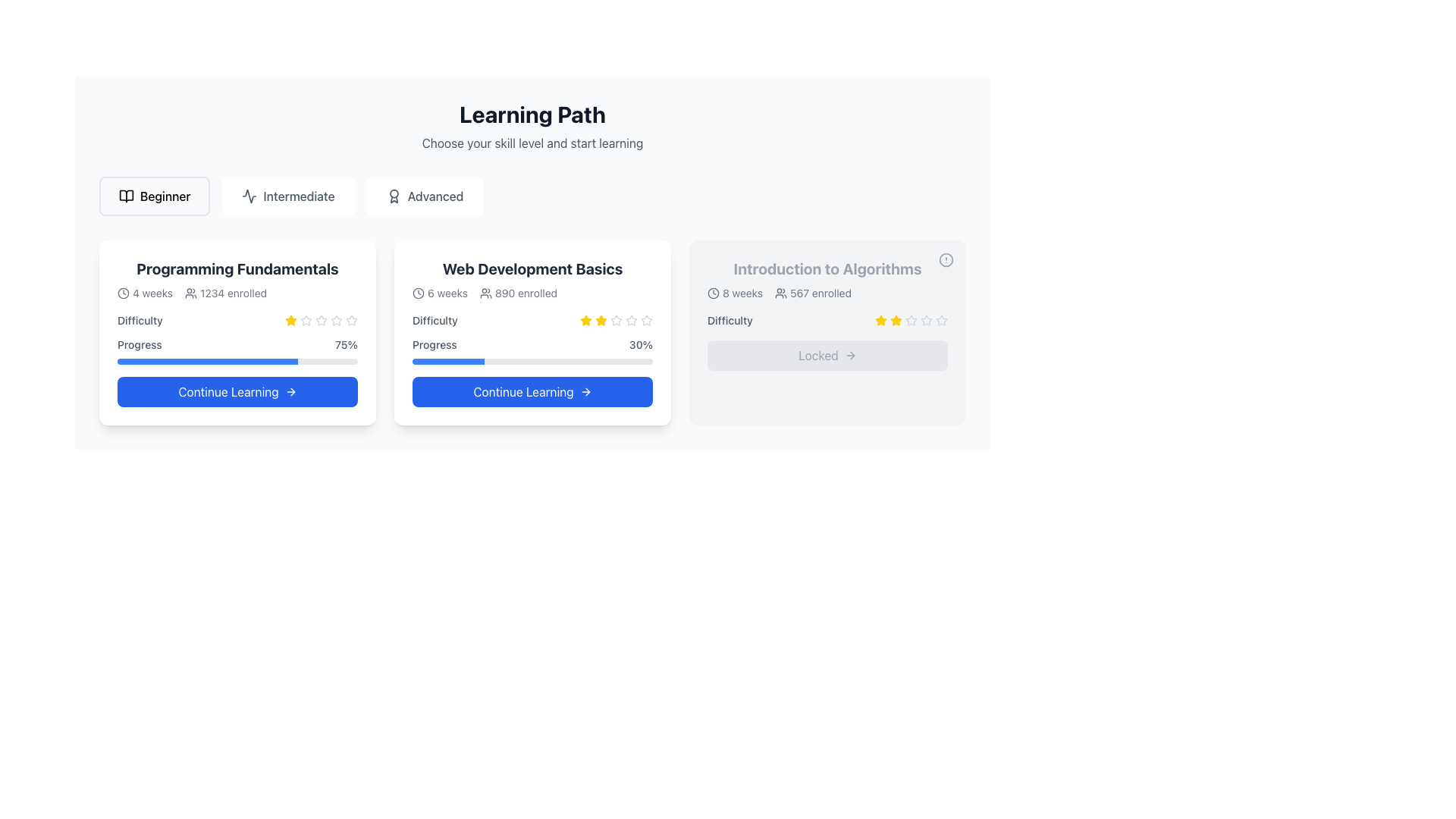 The height and width of the screenshot is (819, 1456). Describe the element at coordinates (647, 319) in the screenshot. I see `the second star in the rating system for the 'Web Development Basics' course, which visually indicates a partially filled or empty state` at that location.